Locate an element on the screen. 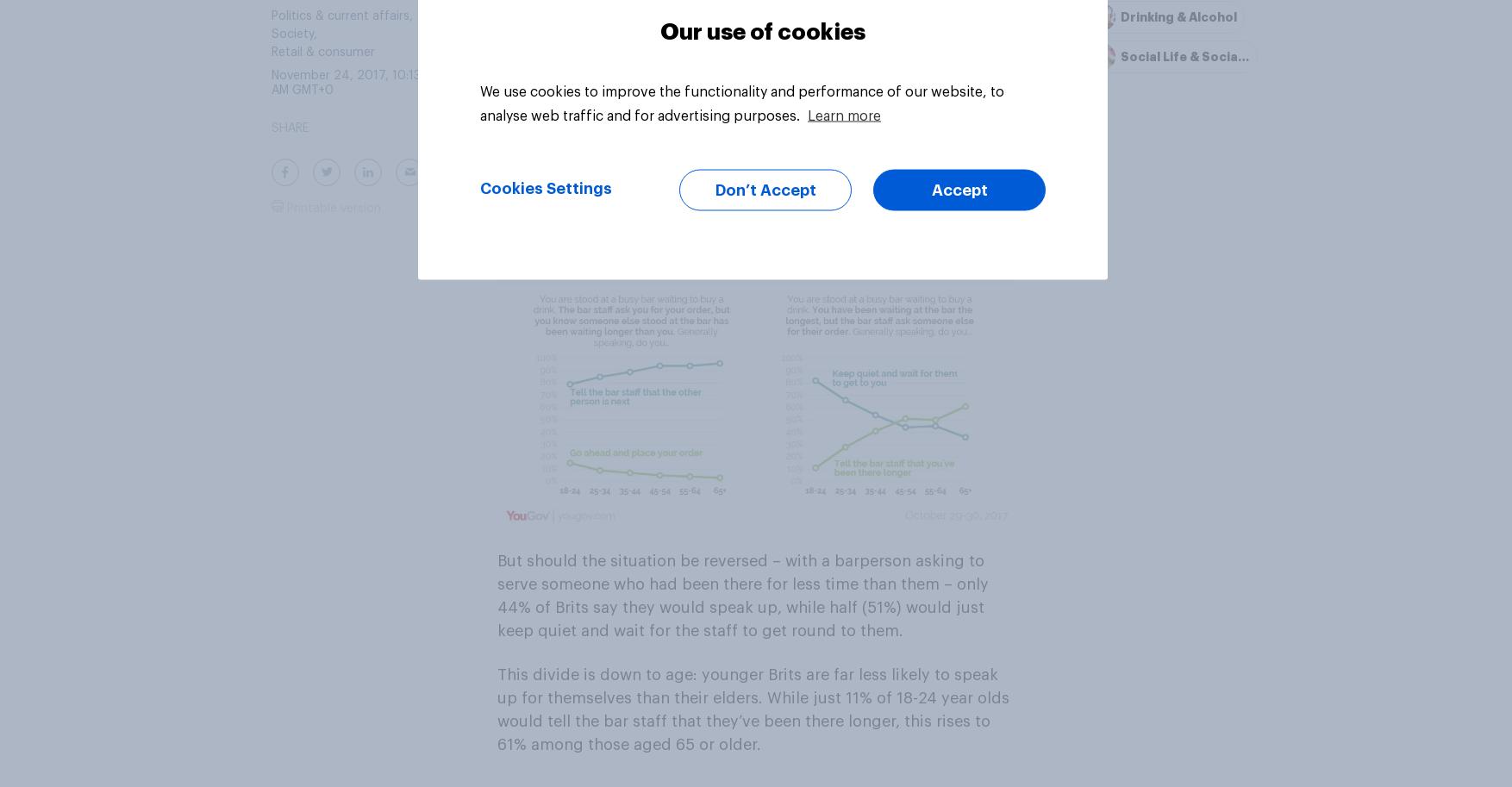 Image resolution: width=1512 pixels, height=787 pixels. 'If a person found themselves inadvertently jumping the queue – because the bar staff asked them what they want ahead of someone who has been there longer – the overwhelming majority of Brits (91%) say they would tell the barperson that someone else was next.' is located at coordinates (751, 184).